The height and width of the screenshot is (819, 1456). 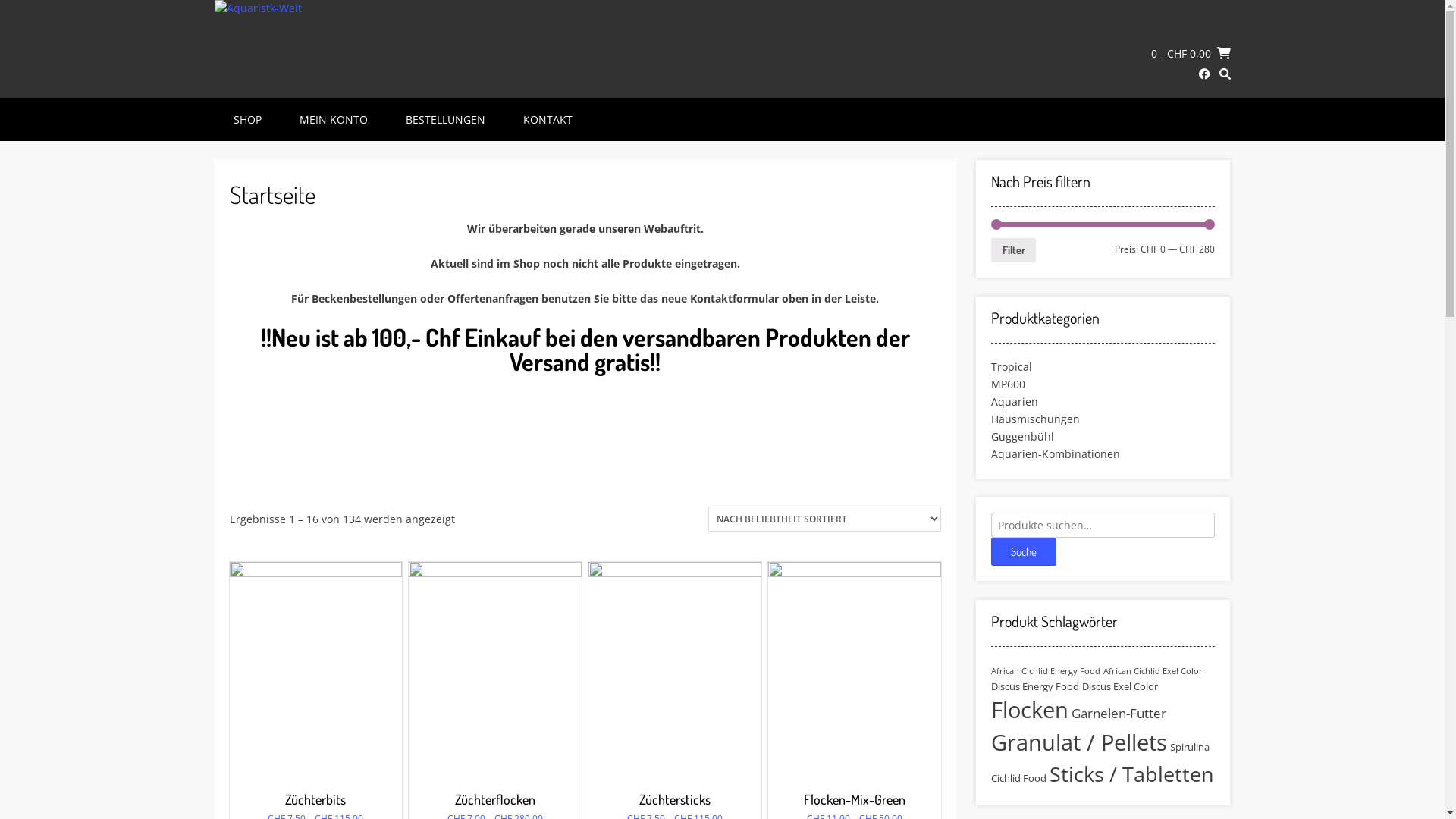 What do you see at coordinates (1044, 670) in the screenshot?
I see `'African Cichlid Energy Food'` at bounding box center [1044, 670].